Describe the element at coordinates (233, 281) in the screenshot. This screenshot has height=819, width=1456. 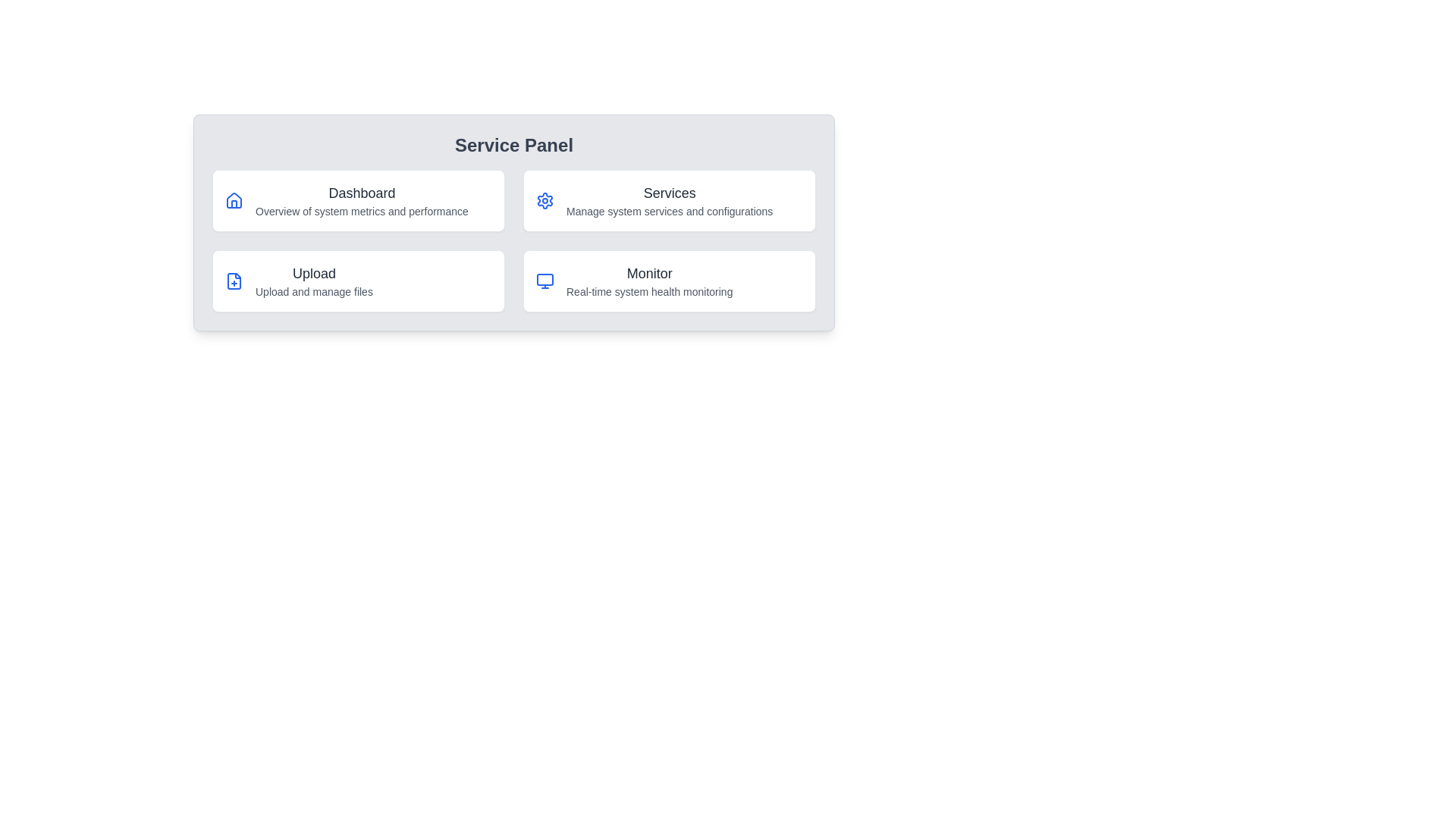
I see `the upload icon located in the 'Upload' section of the Service Panel, which serves as a visual cue for the functionality of uploading files` at that location.